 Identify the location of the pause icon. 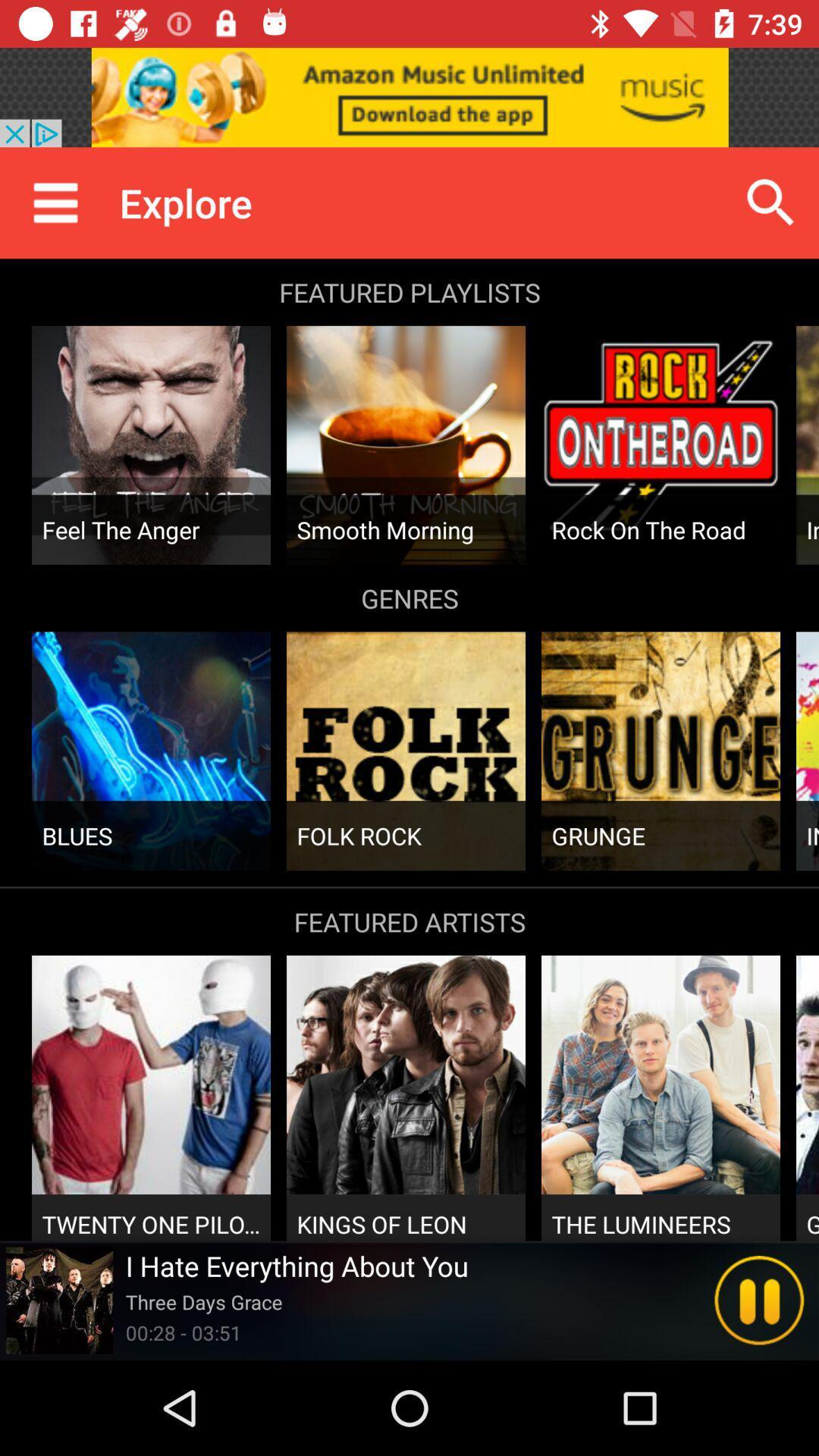
(759, 1300).